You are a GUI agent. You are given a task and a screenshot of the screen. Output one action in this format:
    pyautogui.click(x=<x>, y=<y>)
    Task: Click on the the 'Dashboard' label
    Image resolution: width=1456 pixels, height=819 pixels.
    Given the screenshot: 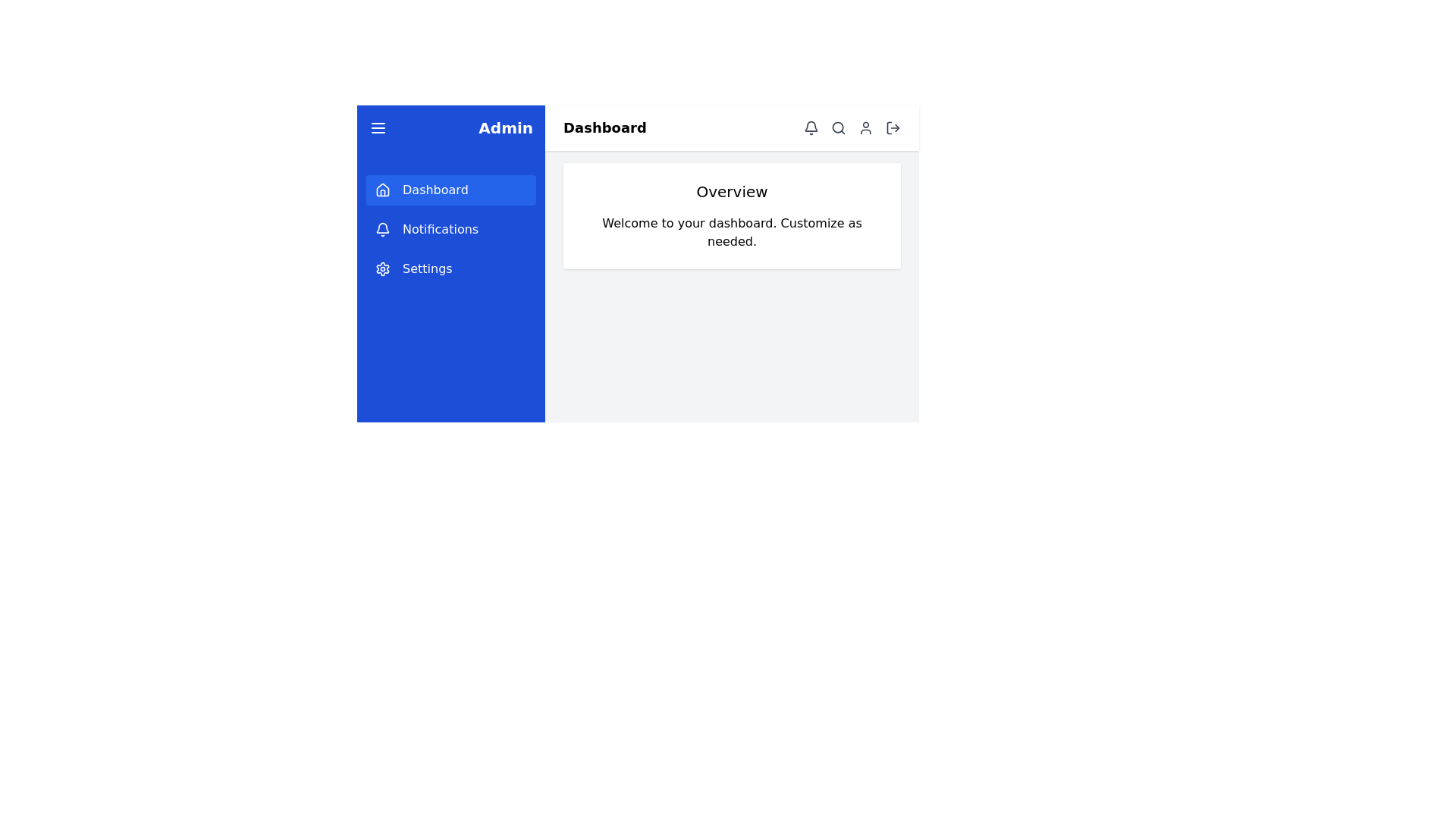 What is the action you would take?
    pyautogui.click(x=435, y=189)
    